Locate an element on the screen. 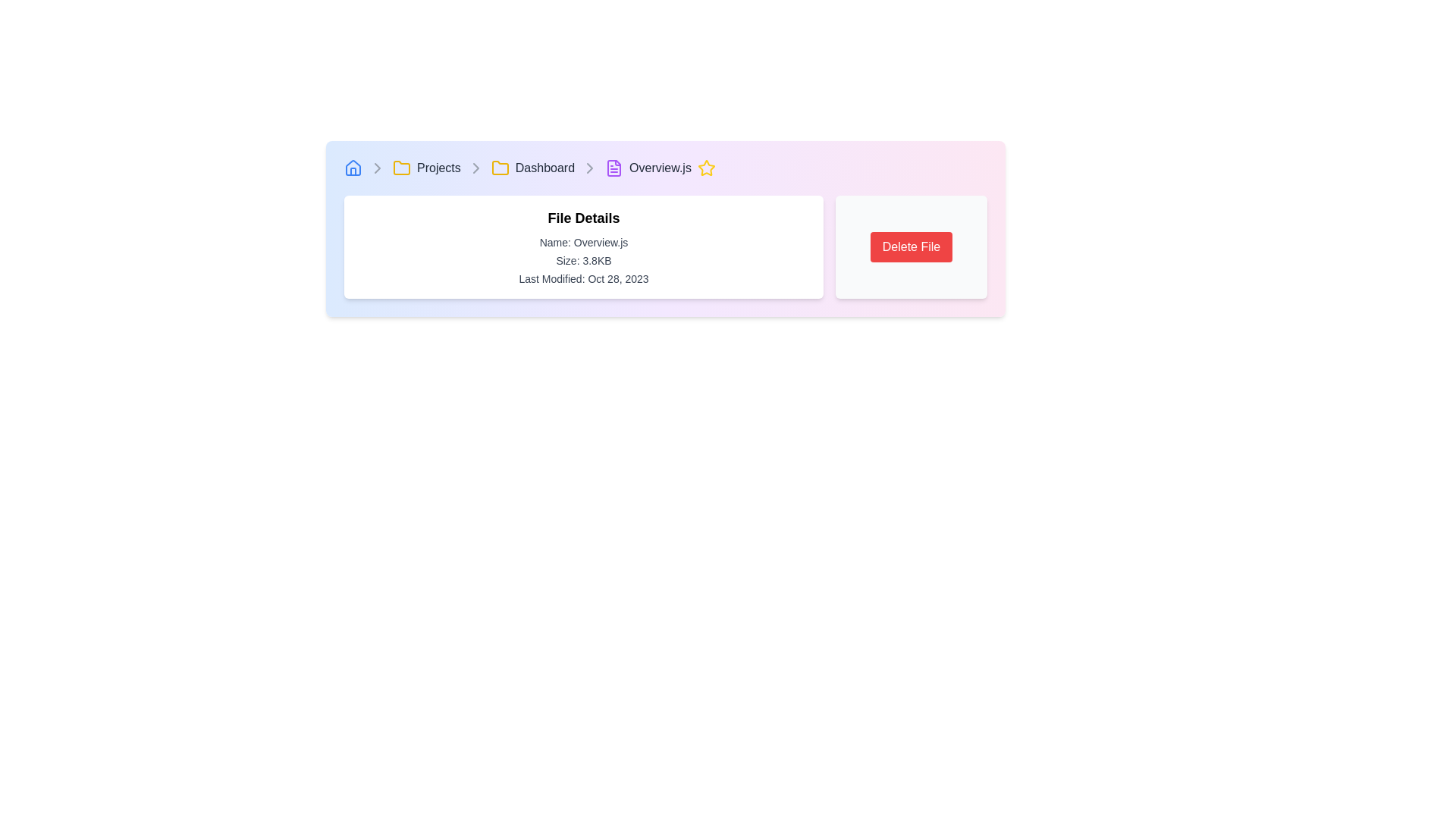 The height and width of the screenshot is (819, 1456). the small rightward chevron icon in the breadcrumb navigation bar, located between the 'Dashboard' text and the 'Overview.js' file icon is located at coordinates (588, 168).